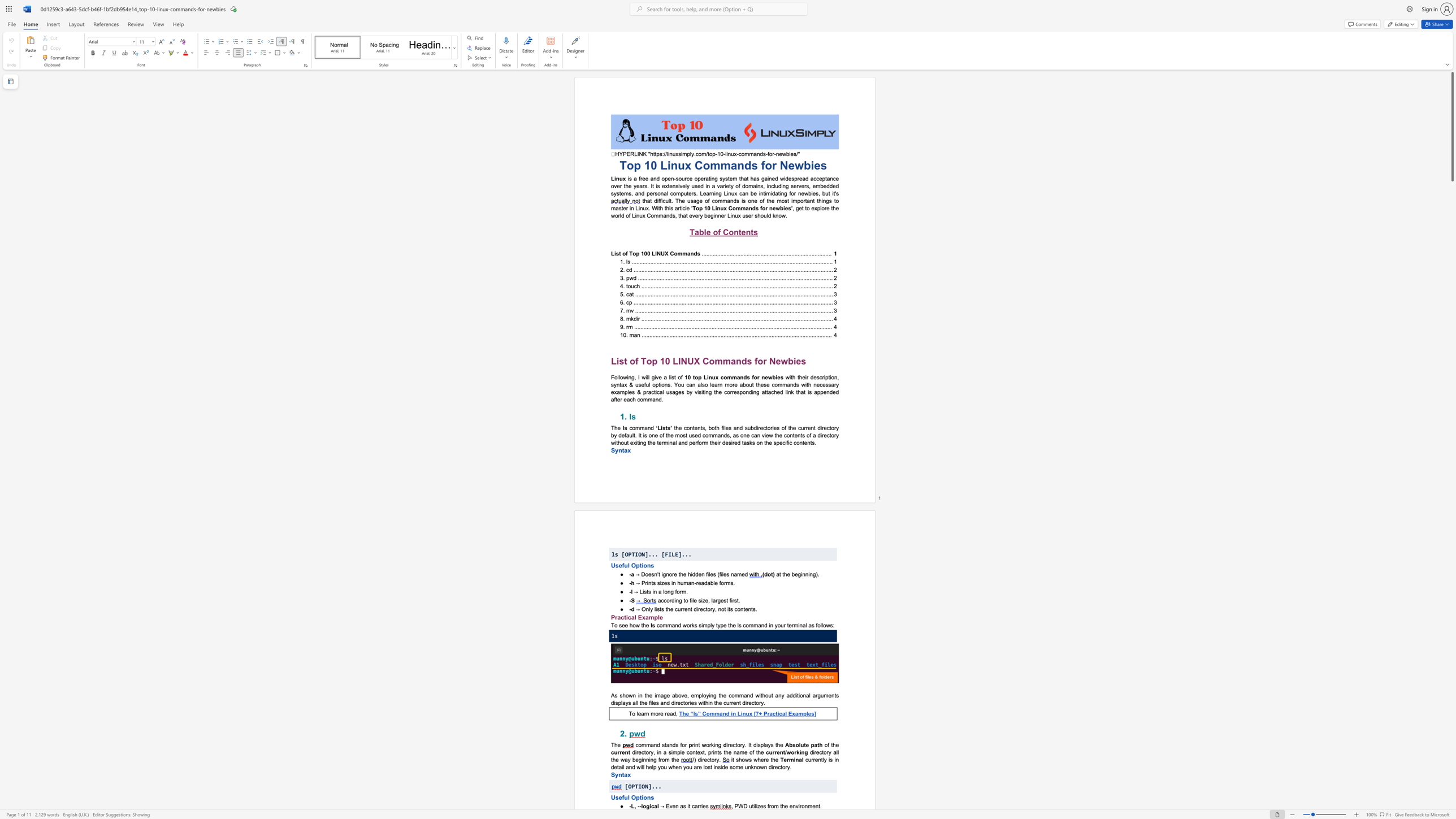  What do you see at coordinates (633, 215) in the screenshot?
I see `the 1th character "L" in the text` at bounding box center [633, 215].